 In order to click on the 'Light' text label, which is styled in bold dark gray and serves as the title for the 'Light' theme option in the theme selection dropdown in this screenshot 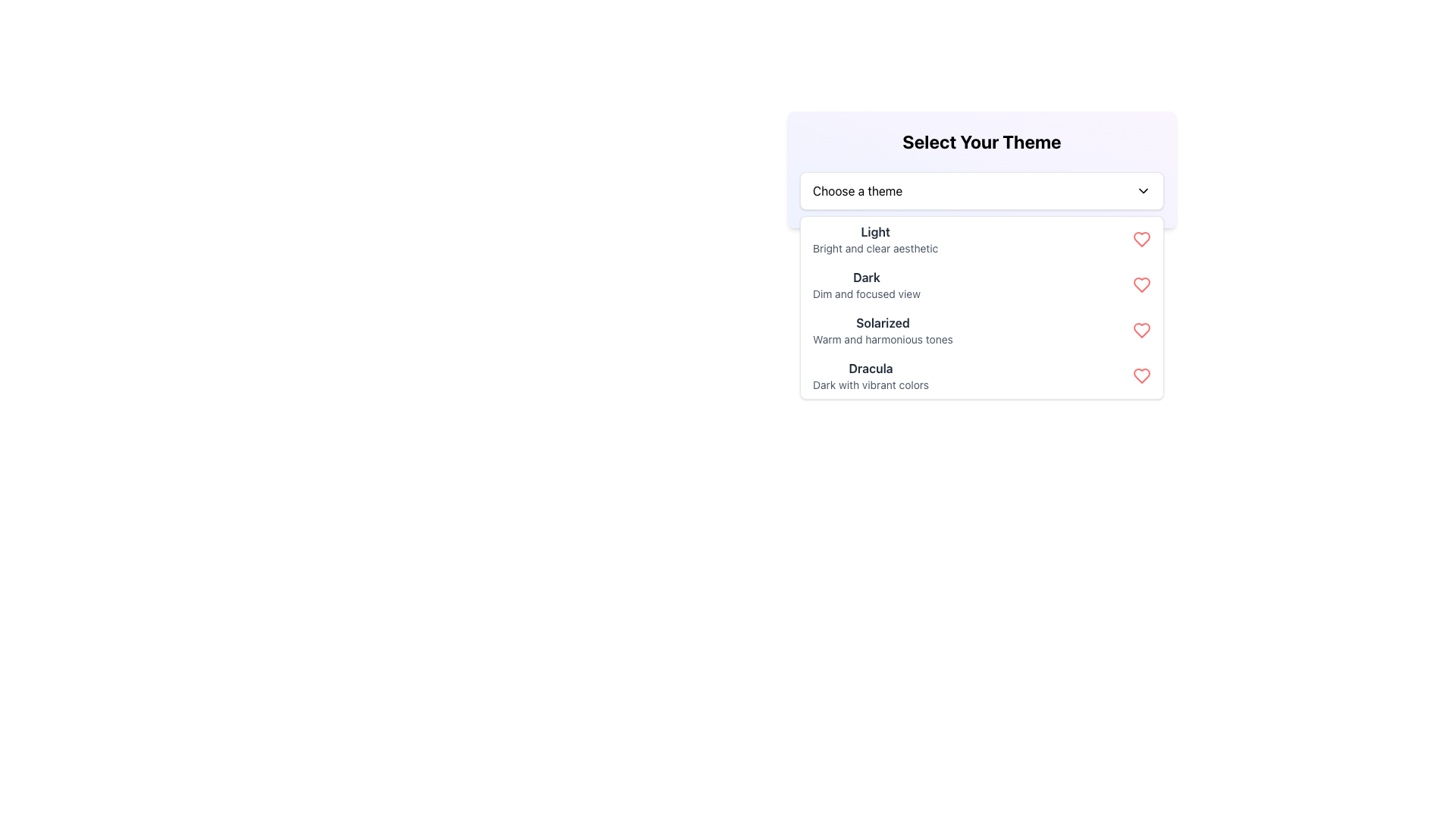, I will do `click(875, 231)`.